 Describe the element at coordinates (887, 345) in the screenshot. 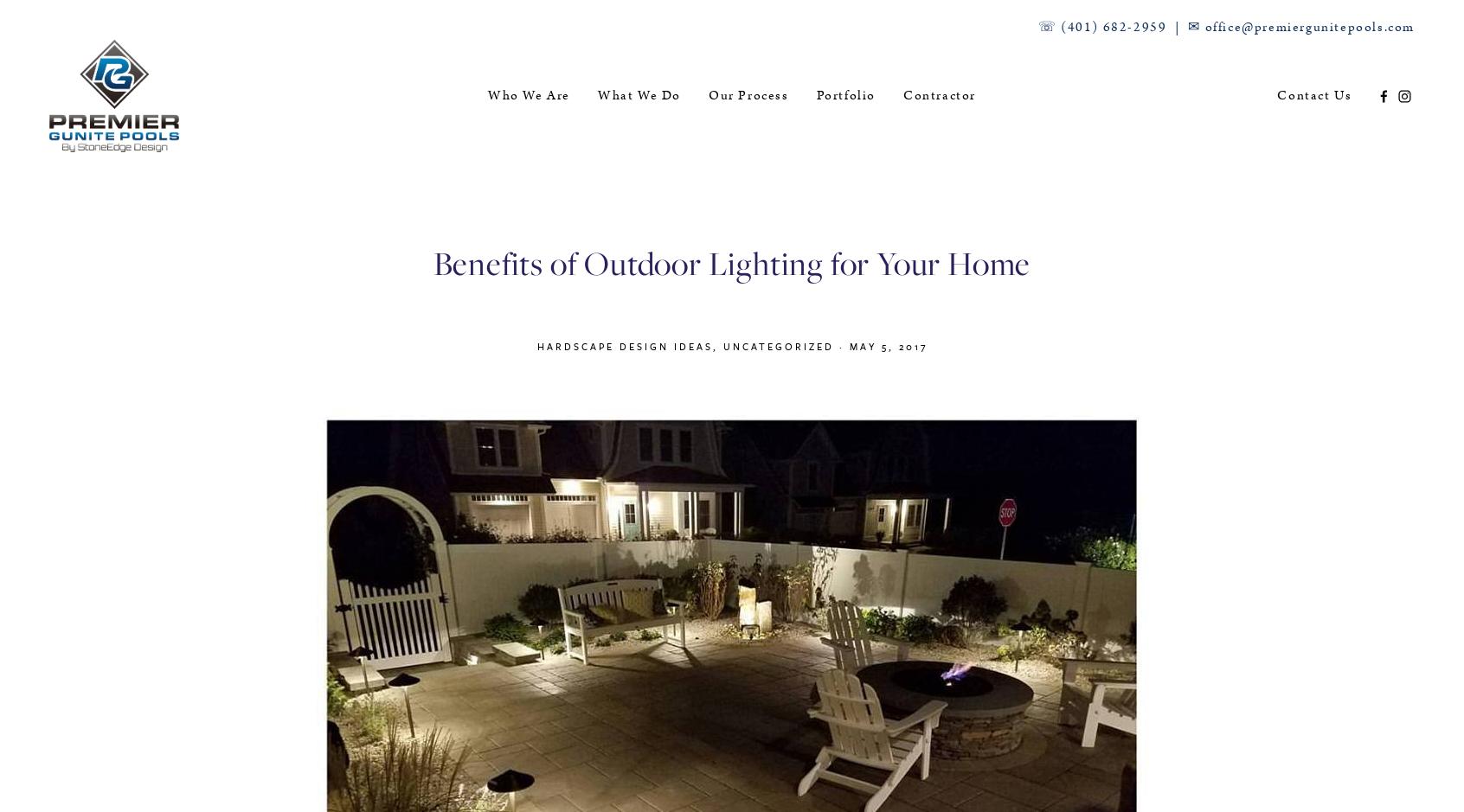

I see `'May 5, 2017'` at that location.